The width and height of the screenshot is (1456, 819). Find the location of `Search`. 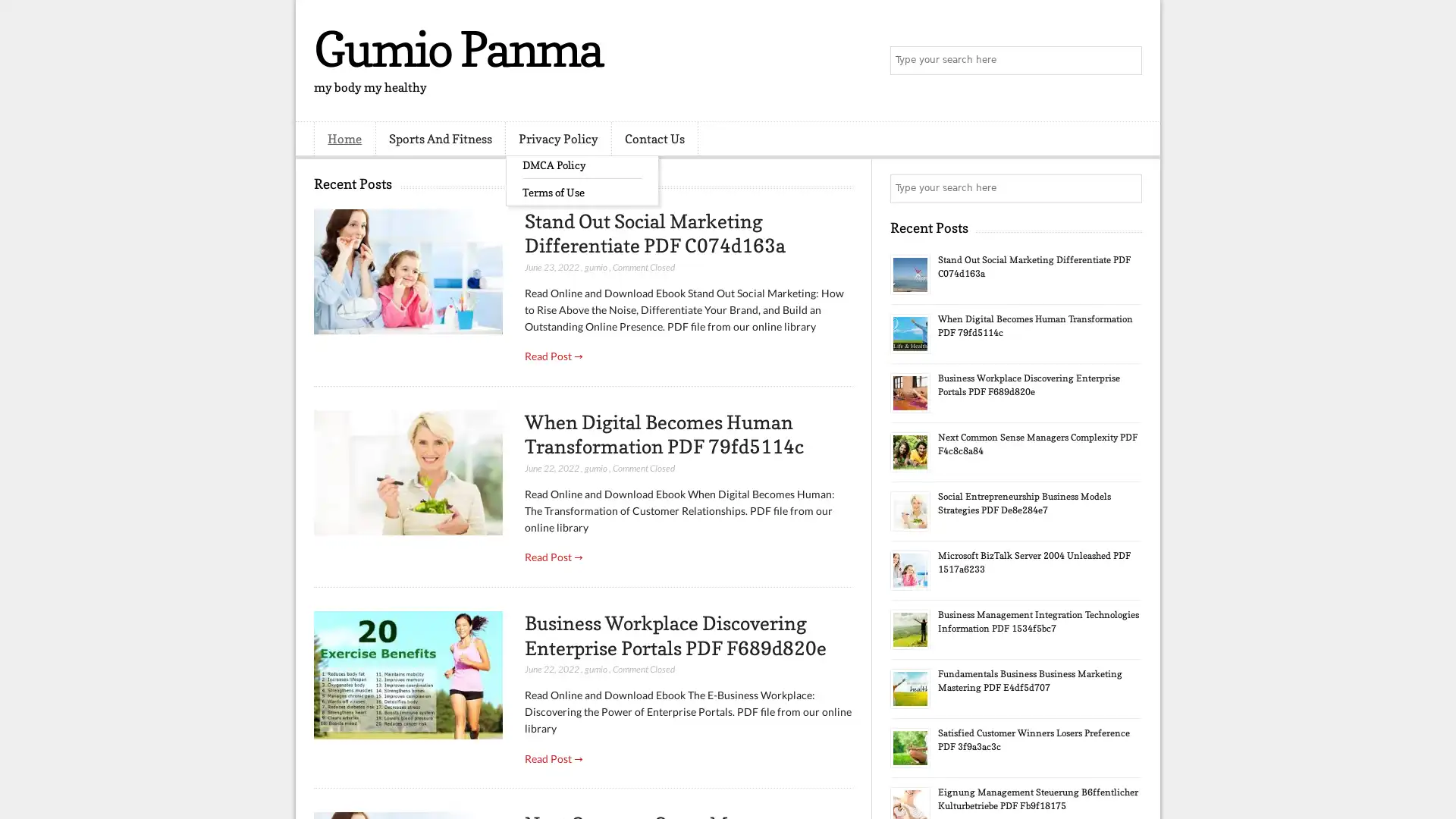

Search is located at coordinates (1126, 61).